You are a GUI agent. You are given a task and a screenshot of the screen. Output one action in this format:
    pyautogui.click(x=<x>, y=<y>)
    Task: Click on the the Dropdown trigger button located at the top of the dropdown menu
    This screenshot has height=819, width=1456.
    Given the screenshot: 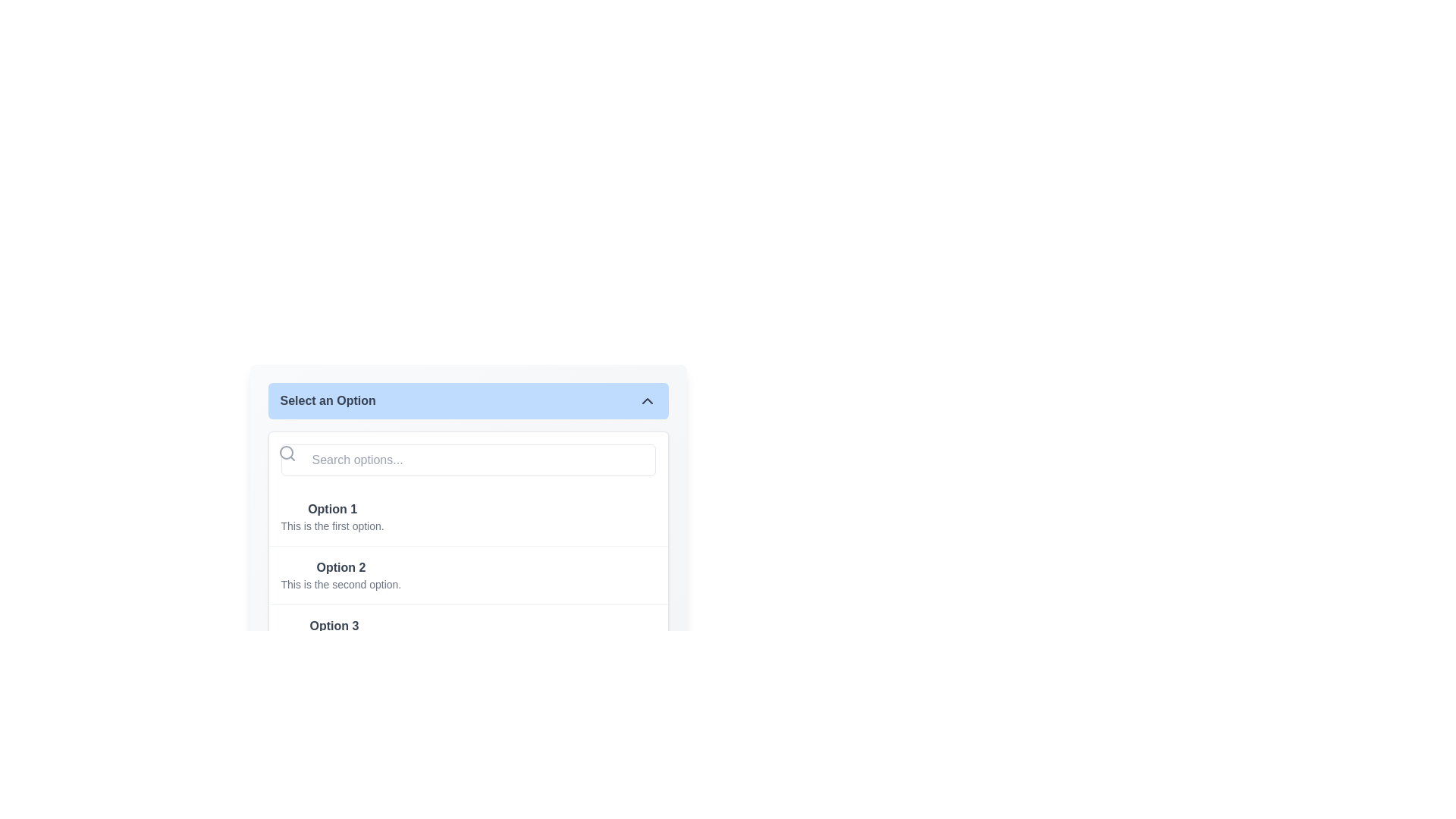 What is the action you would take?
    pyautogui.click(x=467, y=400)
    